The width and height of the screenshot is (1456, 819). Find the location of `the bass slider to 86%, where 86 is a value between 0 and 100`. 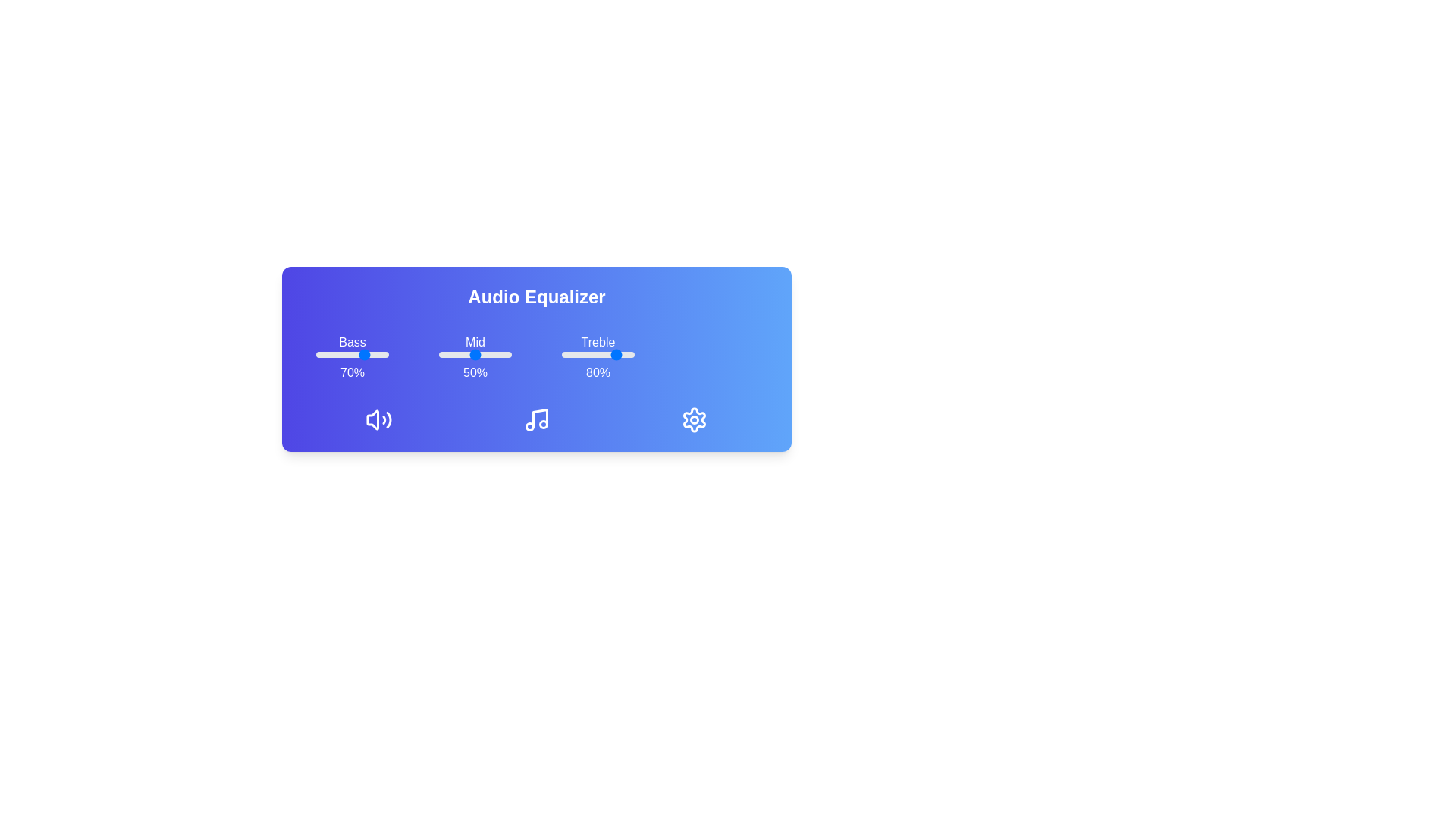

the bass slider to 86%, where 86 is a value between 0 and 100 is located at coordinates (378, 354).